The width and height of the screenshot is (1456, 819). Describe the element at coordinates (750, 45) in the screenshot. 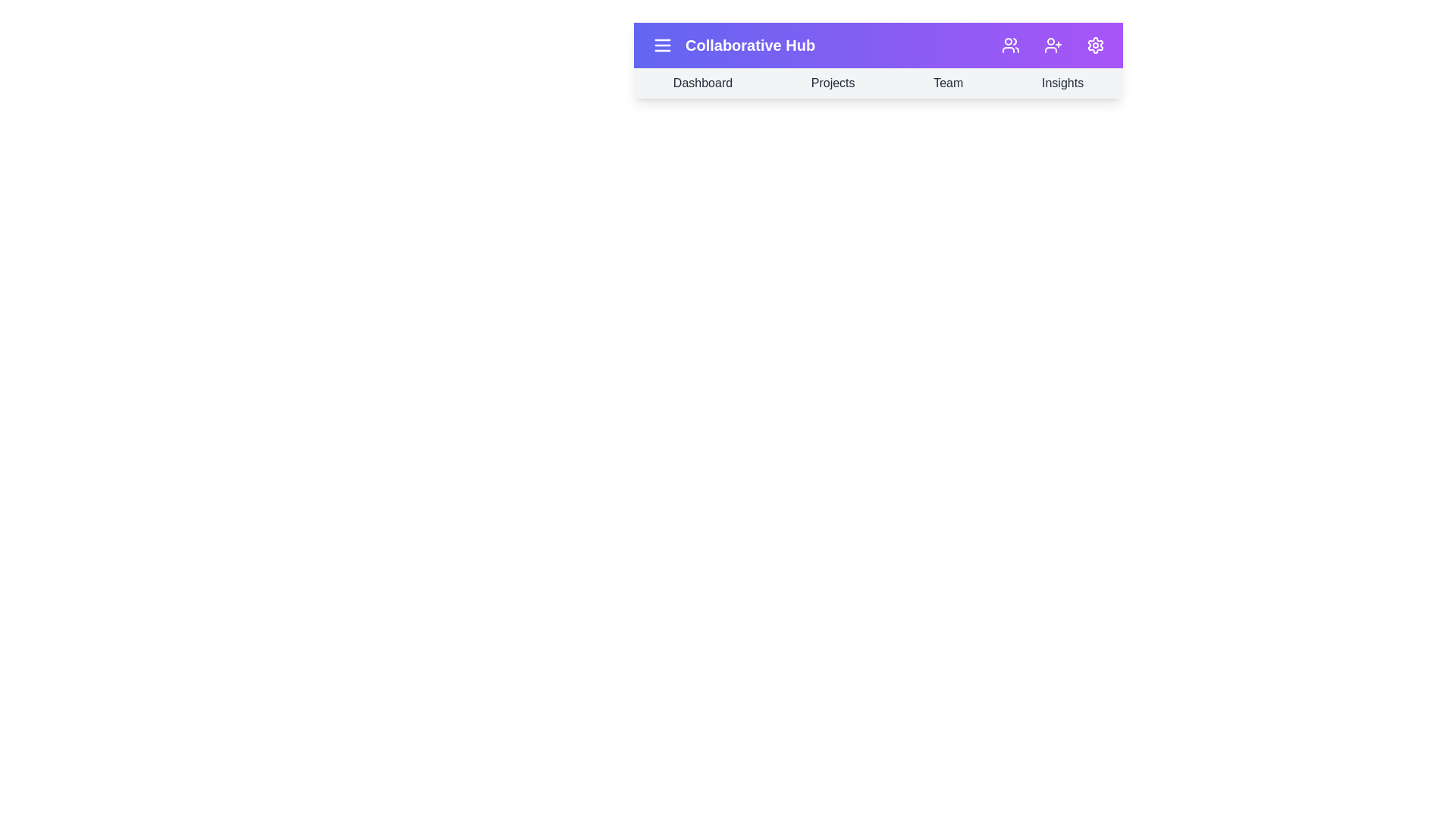

I see `the title text 'Collaborative Hub' in the app bar` at that location.